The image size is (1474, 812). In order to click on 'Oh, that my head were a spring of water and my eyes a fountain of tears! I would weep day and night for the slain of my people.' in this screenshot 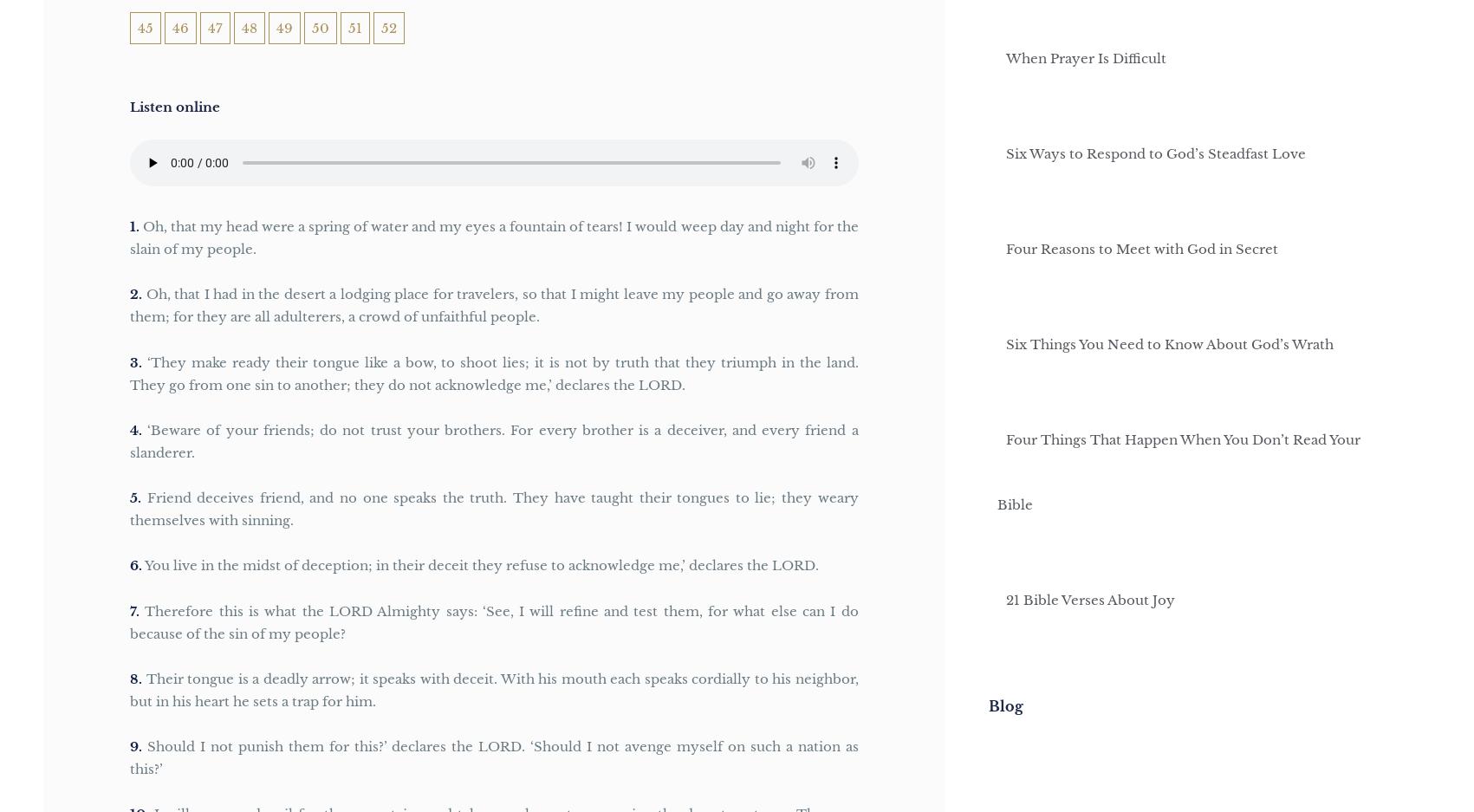, I will do `click(494, 237)`.